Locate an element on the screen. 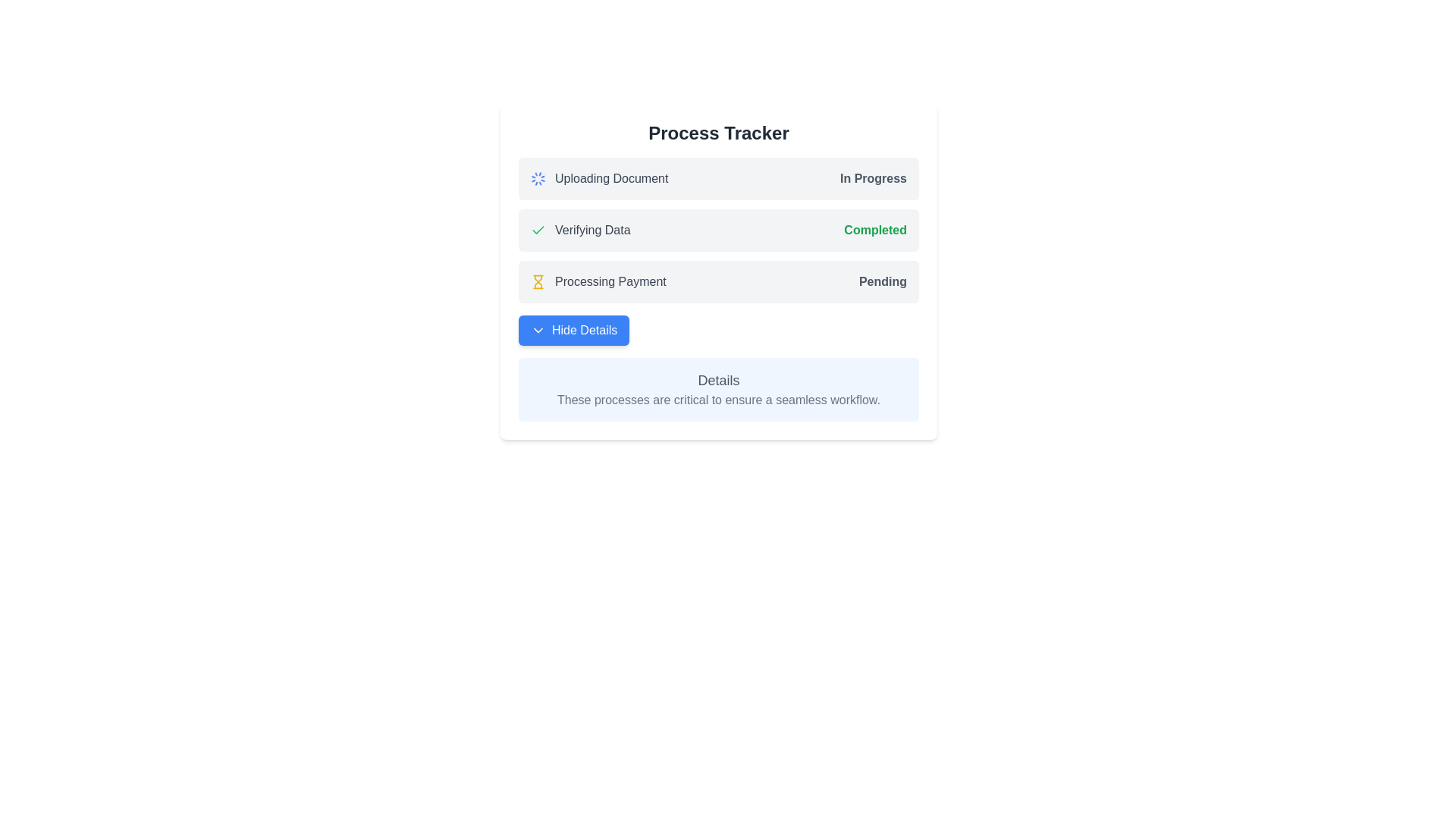  the 'Details' text label, which is a prominently placed, large font text styled with 'text-lg' and 'text-gray-600', located in a blue-highlighted 'Process Tracker' panel is located at coordinates (718, 379).